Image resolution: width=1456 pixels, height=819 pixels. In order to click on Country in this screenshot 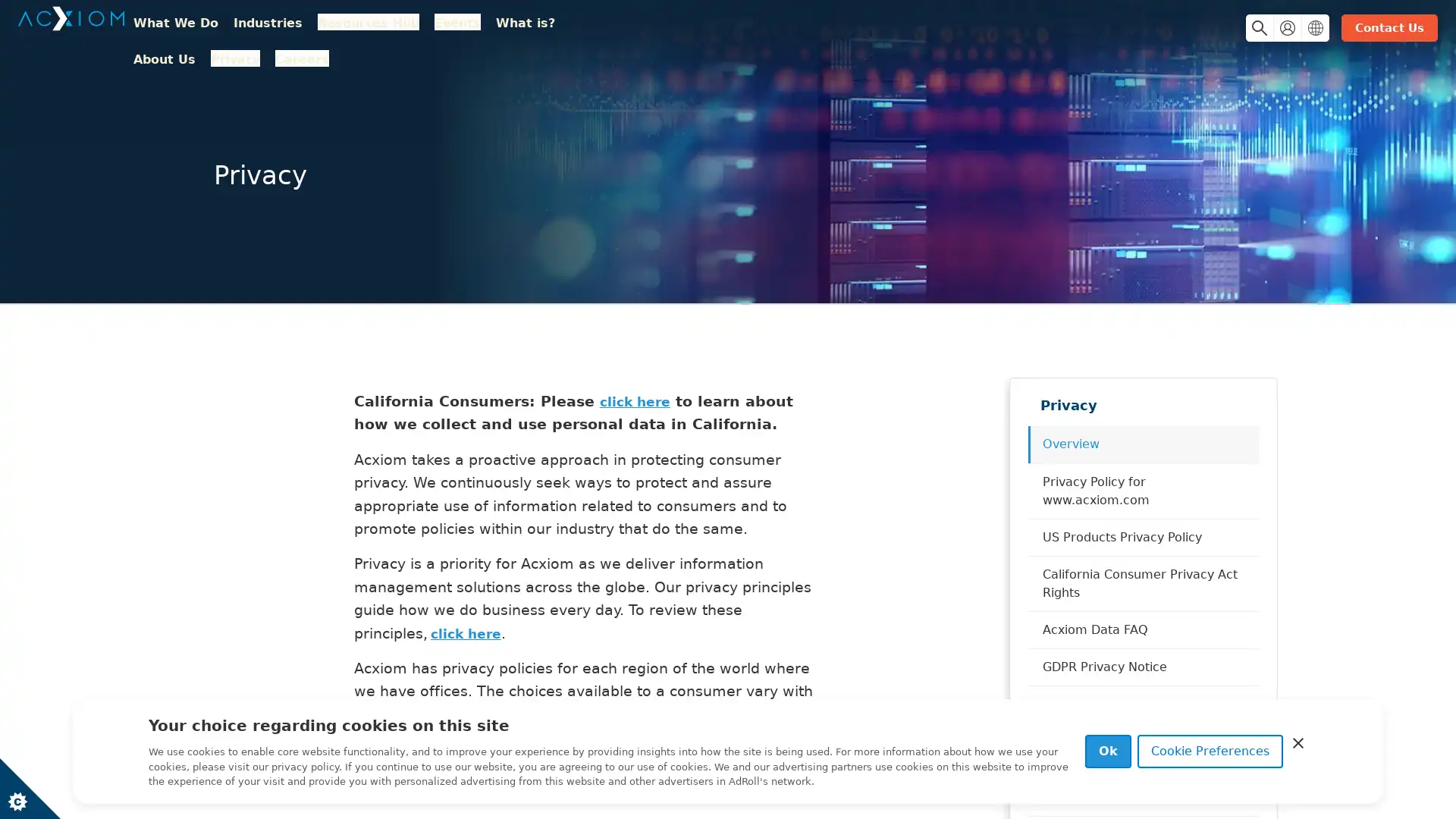, I will do `click(1302, 29)`.